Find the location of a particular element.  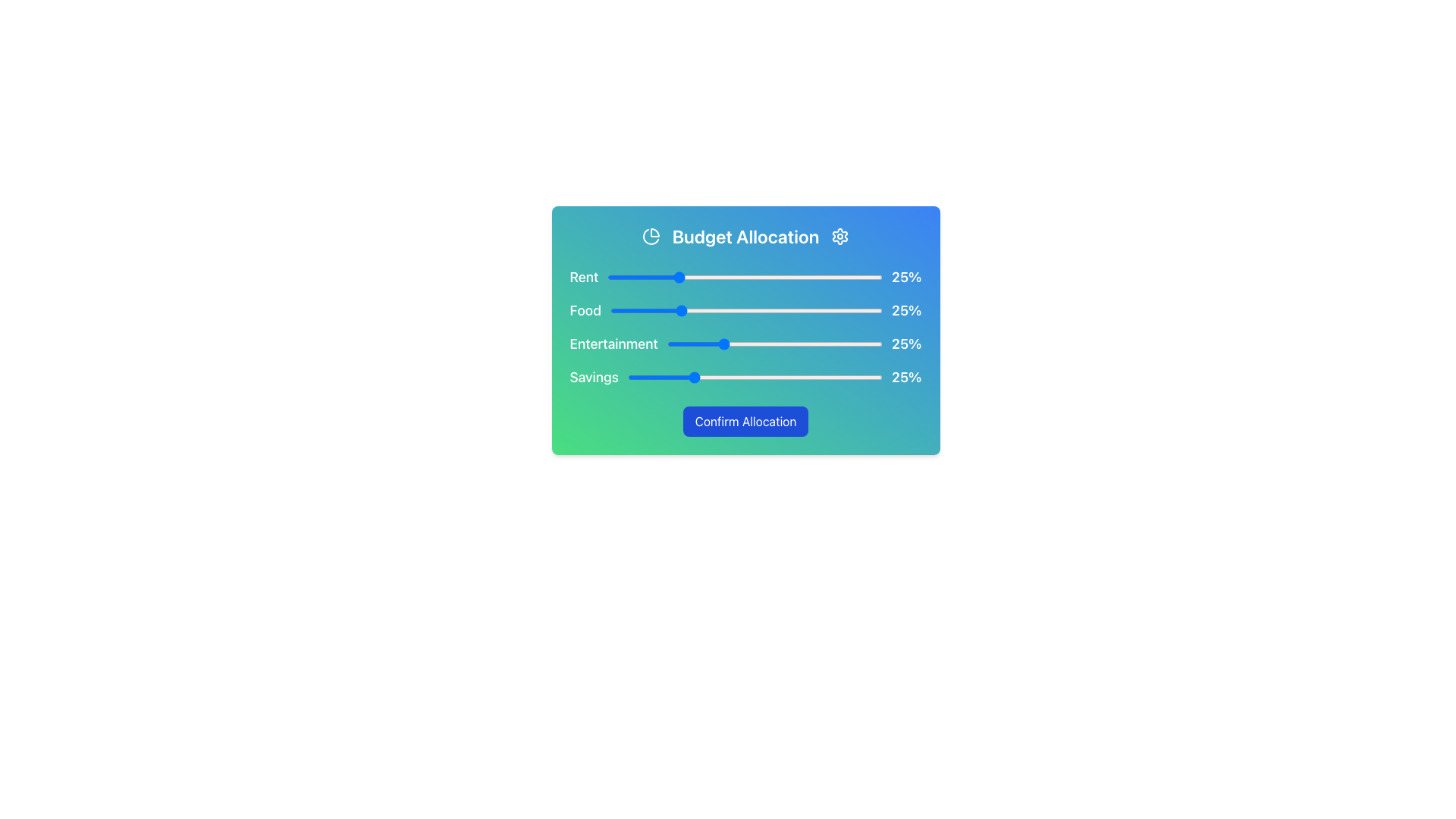

the settings icon located at the rightmost side of the title bar labeled 'Budget Allocation' is located at coordinates (839, 237).